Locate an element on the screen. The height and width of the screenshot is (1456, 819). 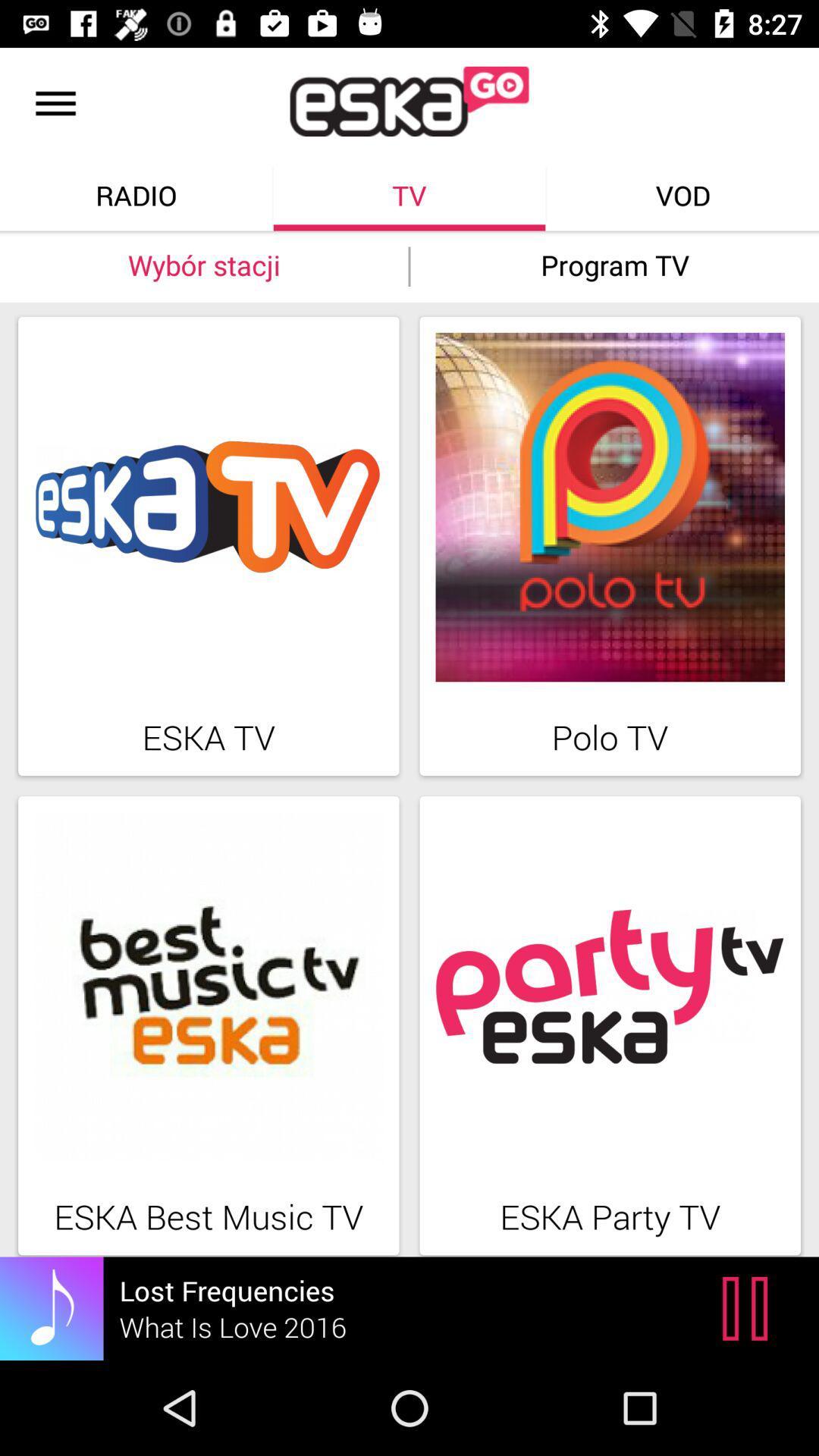
the button next to tv is located at coordinates (683, 194).